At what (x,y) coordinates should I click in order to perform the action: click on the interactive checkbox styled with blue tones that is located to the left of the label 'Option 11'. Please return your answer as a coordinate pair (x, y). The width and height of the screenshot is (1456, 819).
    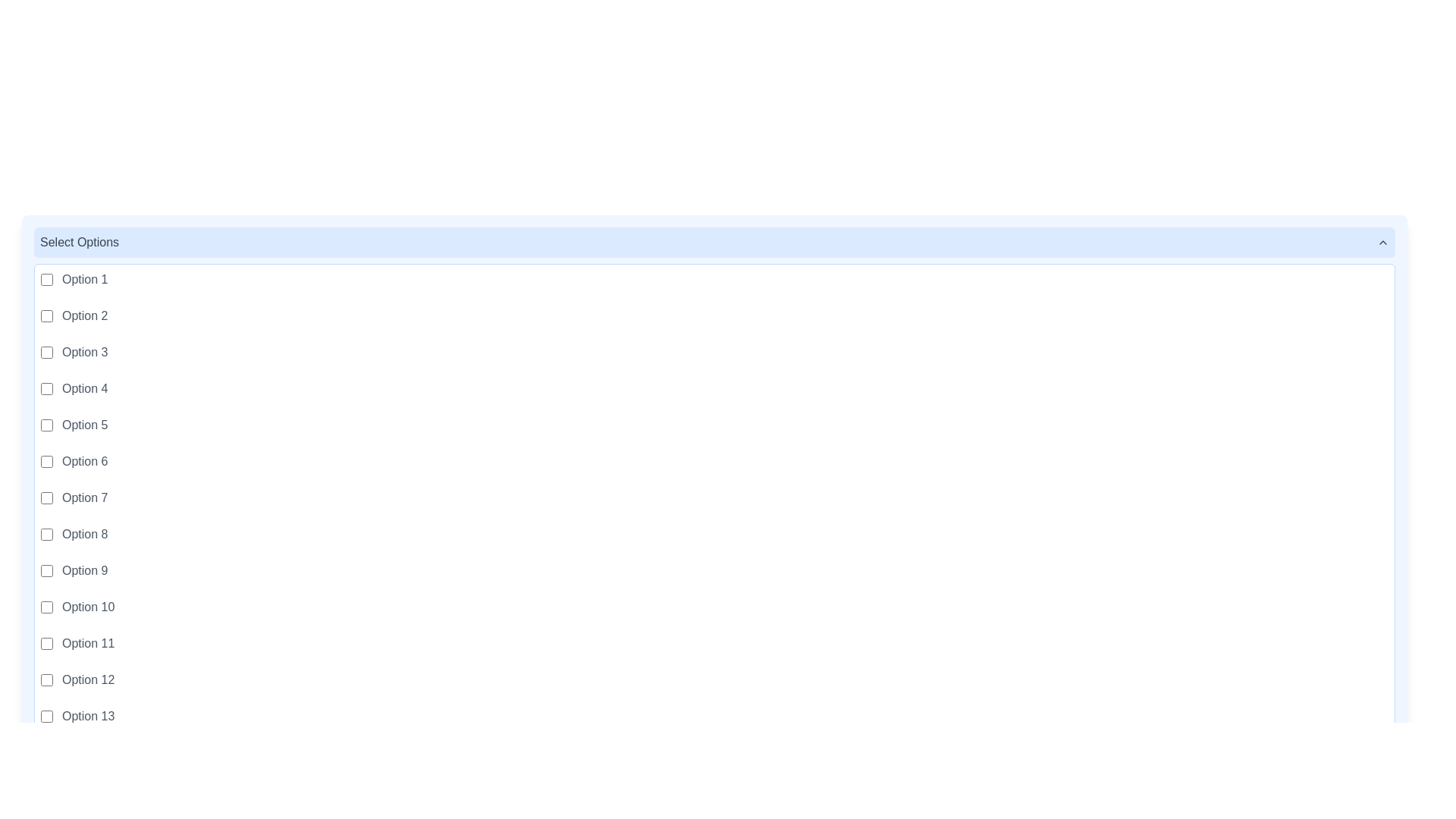
    Looking at the image, I should click on (47, 643).